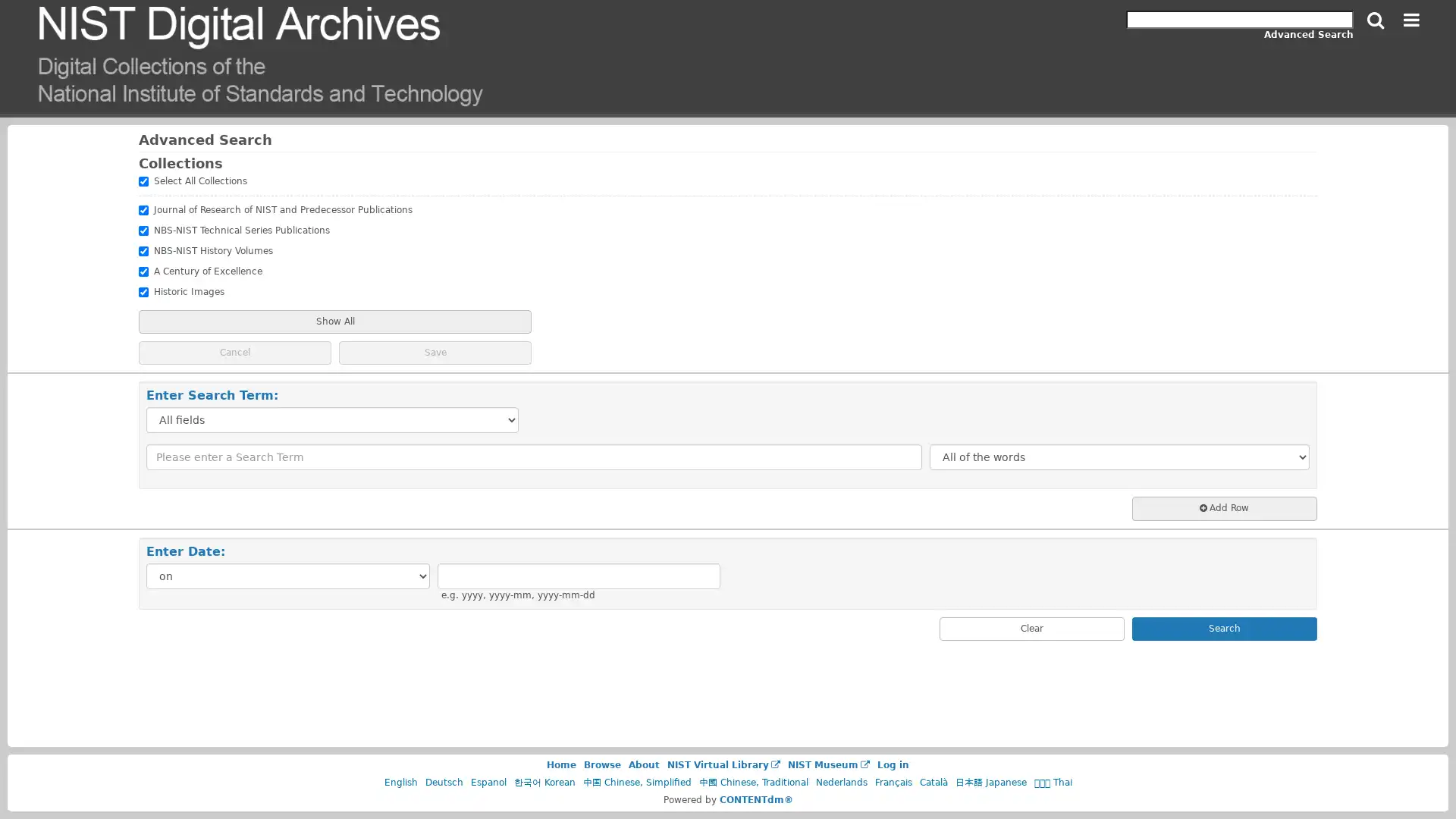 The image size is (1456, 819). I want to click on English, so click(400, 783).